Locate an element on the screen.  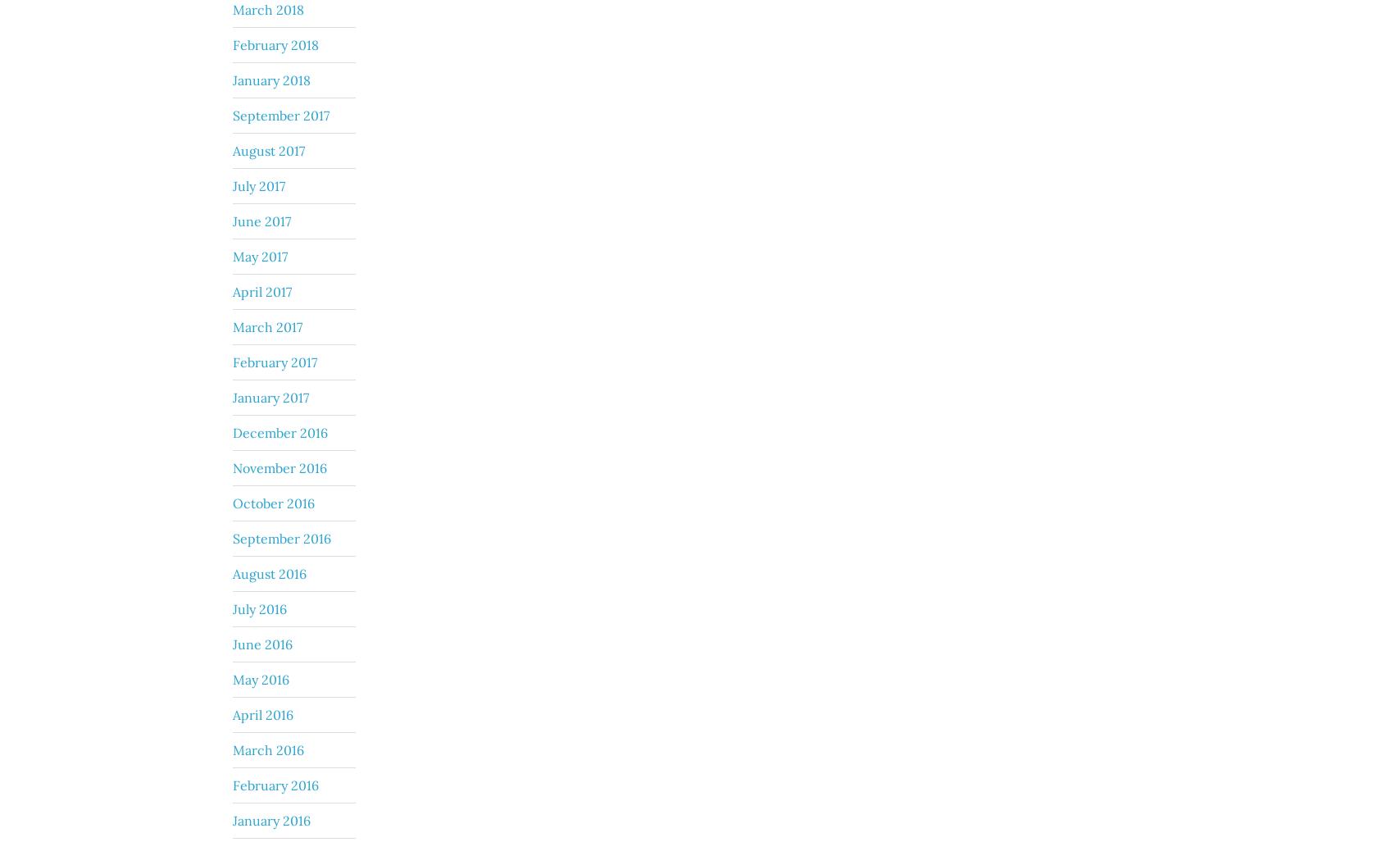
'January 2017' is located at coordinates (270, 397).